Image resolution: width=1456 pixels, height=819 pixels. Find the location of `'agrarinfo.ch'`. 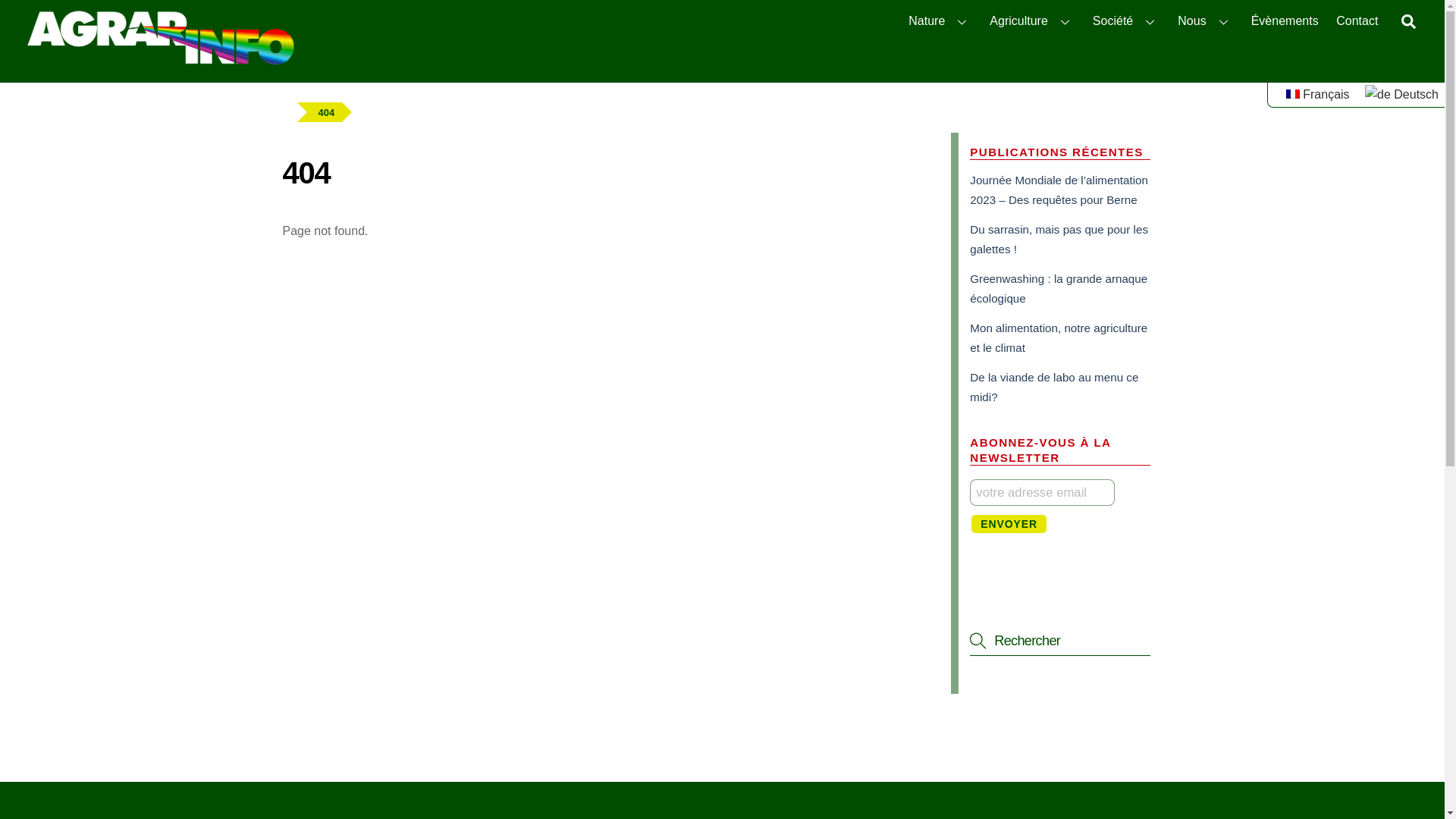

'agrarinfo.ch' is located at coordinates (160, 60).